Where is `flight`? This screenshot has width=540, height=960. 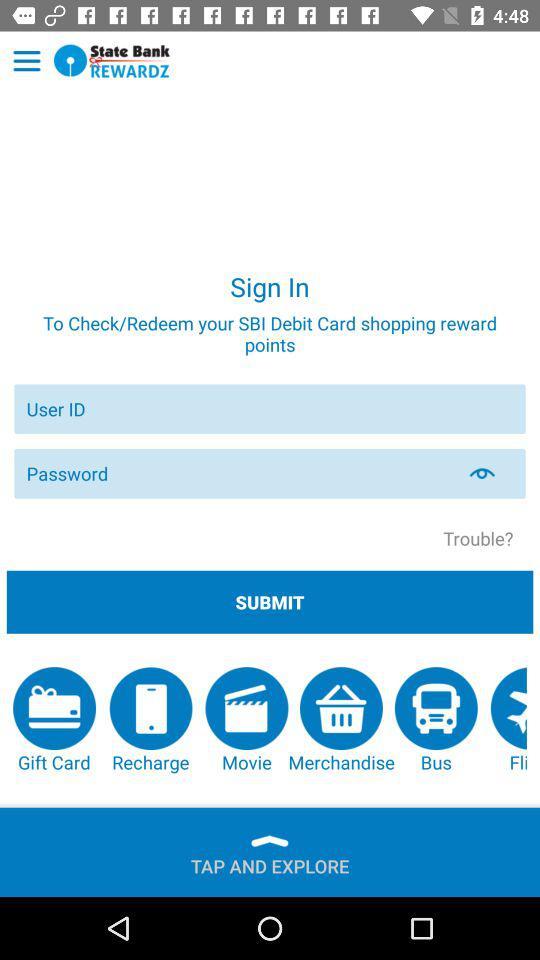
flight is located at coordinates (508, 720).